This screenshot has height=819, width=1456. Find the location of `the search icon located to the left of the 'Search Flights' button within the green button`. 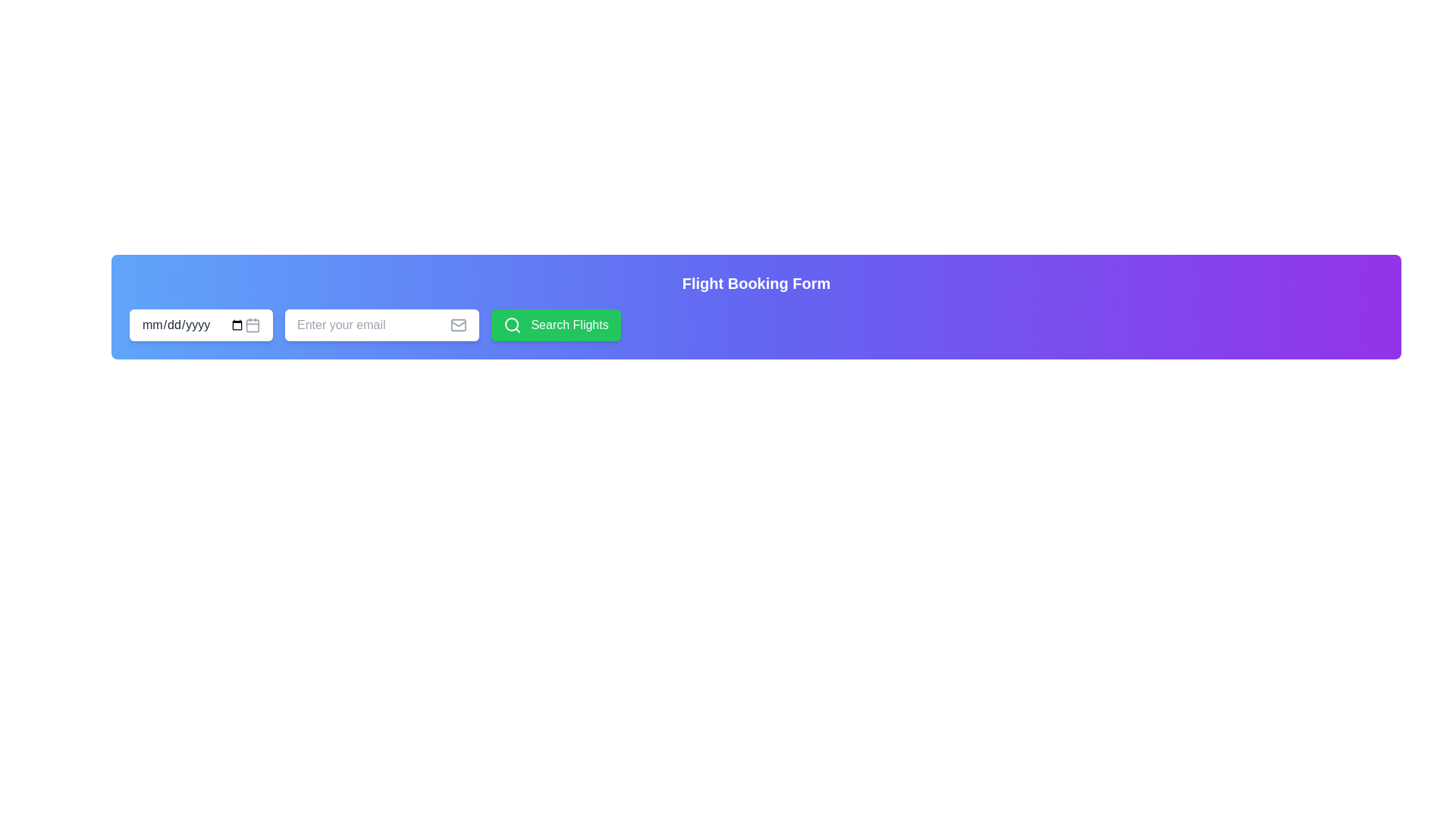

the search icon located to the left of the 'Search Flights' button within the green button is located at coordinates (513, 324).